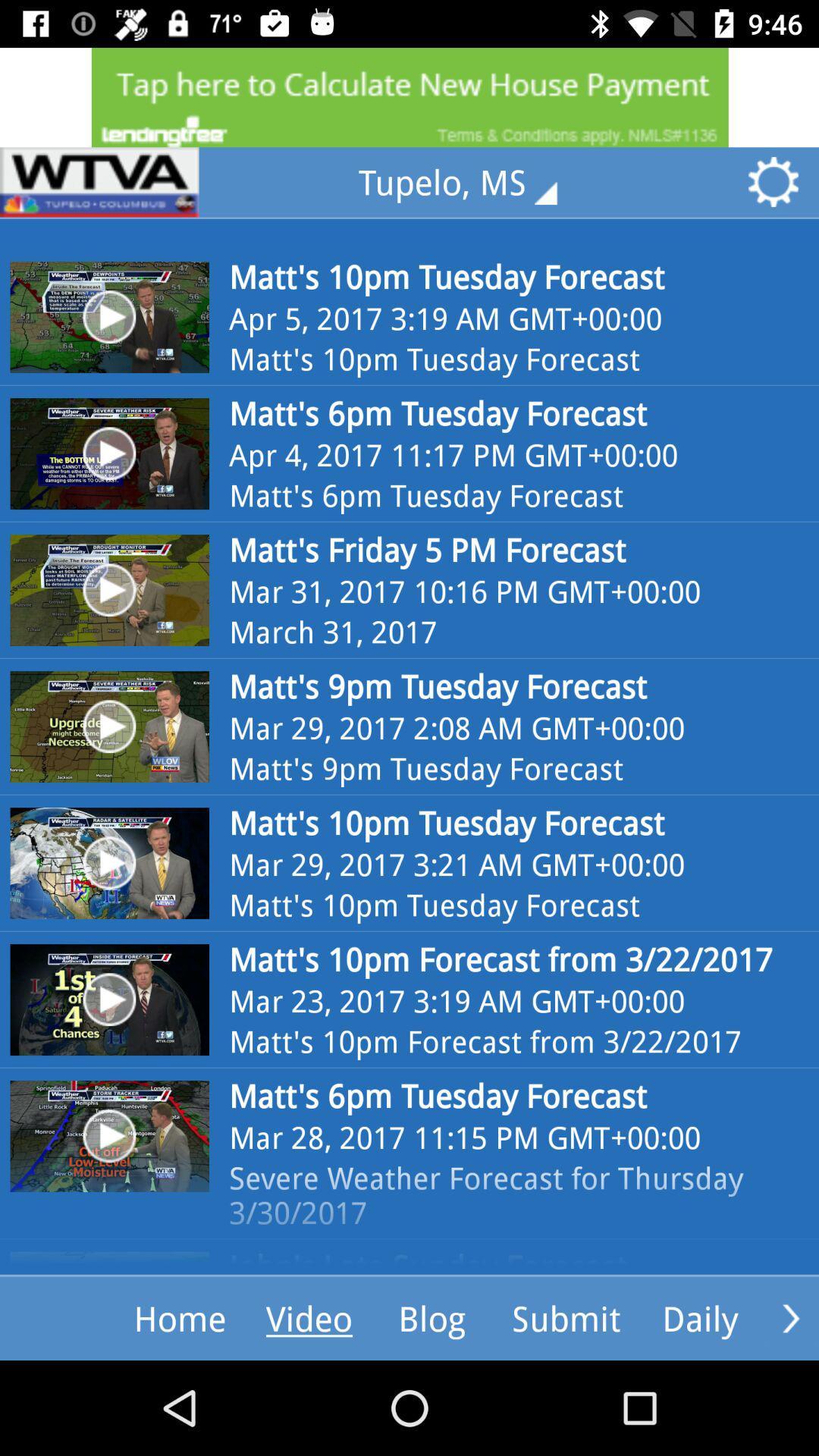 The image size is (819, 1456). Describe the element at coordinates (99, 182) in the screenshot. I see `icon next to the tupelo, ms` at that location.